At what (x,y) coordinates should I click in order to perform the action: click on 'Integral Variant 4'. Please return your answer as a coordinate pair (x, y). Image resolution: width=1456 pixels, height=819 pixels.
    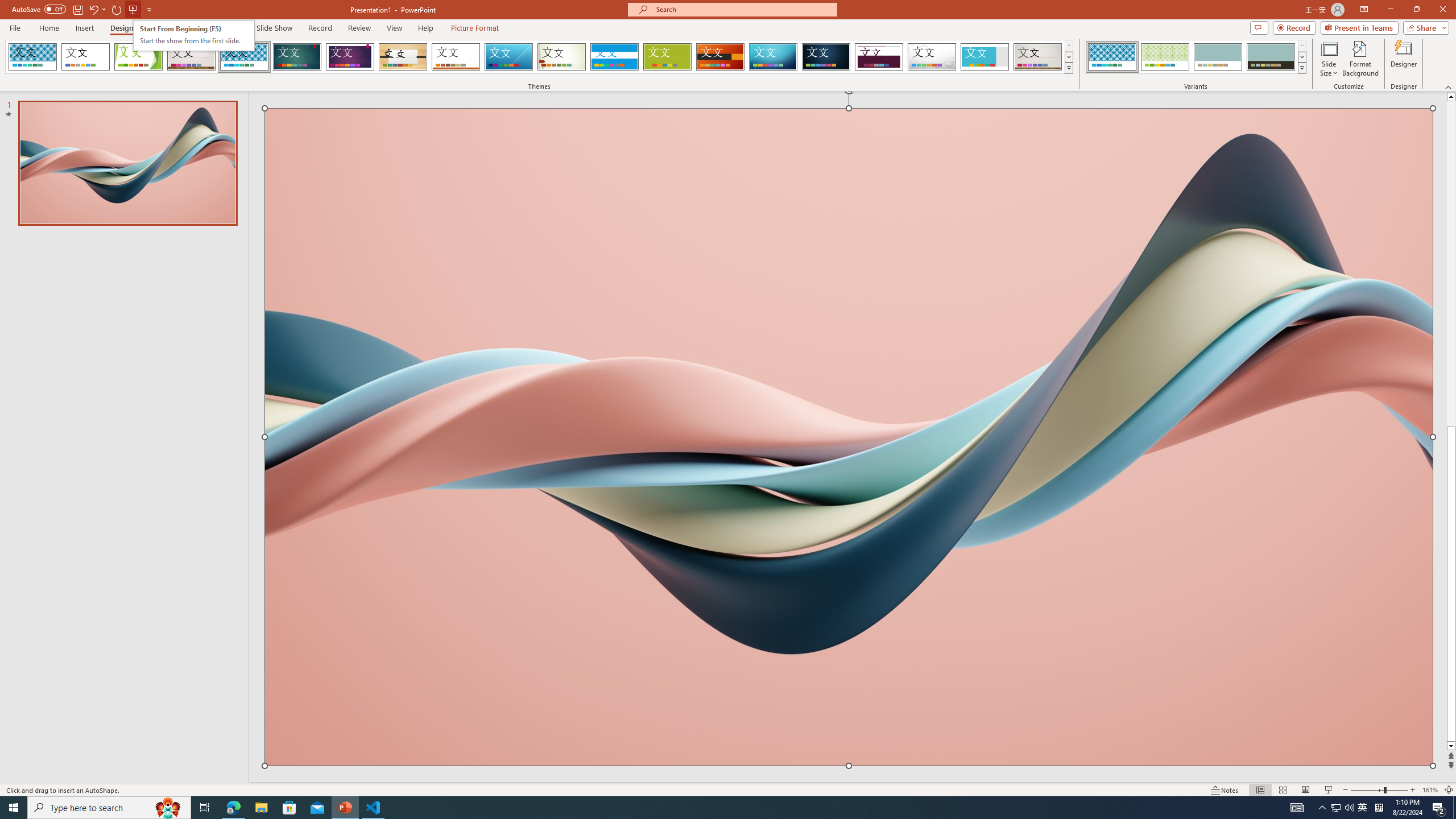
    Looking at the image, I should click on (1270, 56).